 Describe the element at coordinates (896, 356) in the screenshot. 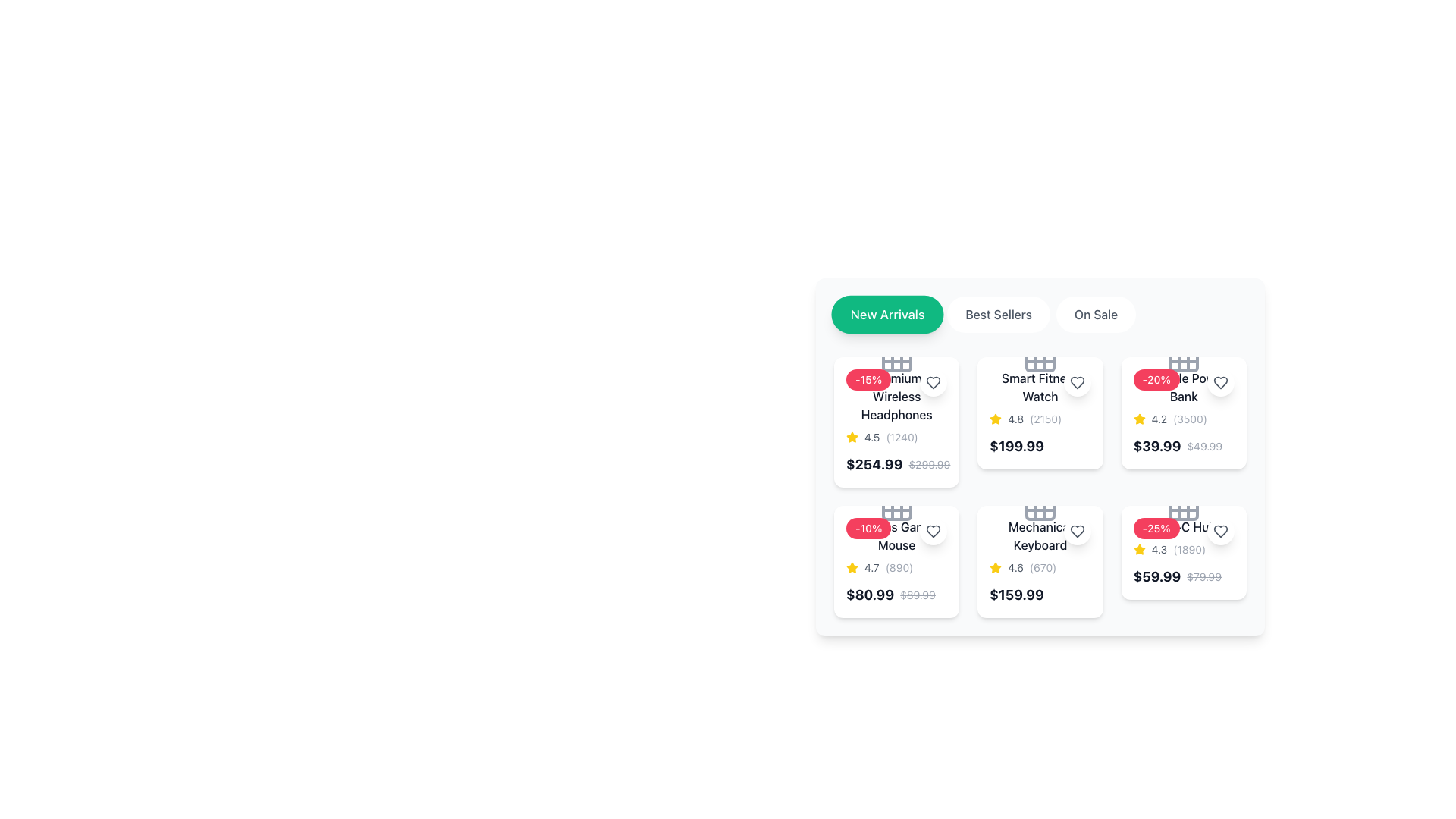

I see `the top-left visual indicator of the grid within the Premium Wireless Headphones icon, located near the discount tag` at that location.